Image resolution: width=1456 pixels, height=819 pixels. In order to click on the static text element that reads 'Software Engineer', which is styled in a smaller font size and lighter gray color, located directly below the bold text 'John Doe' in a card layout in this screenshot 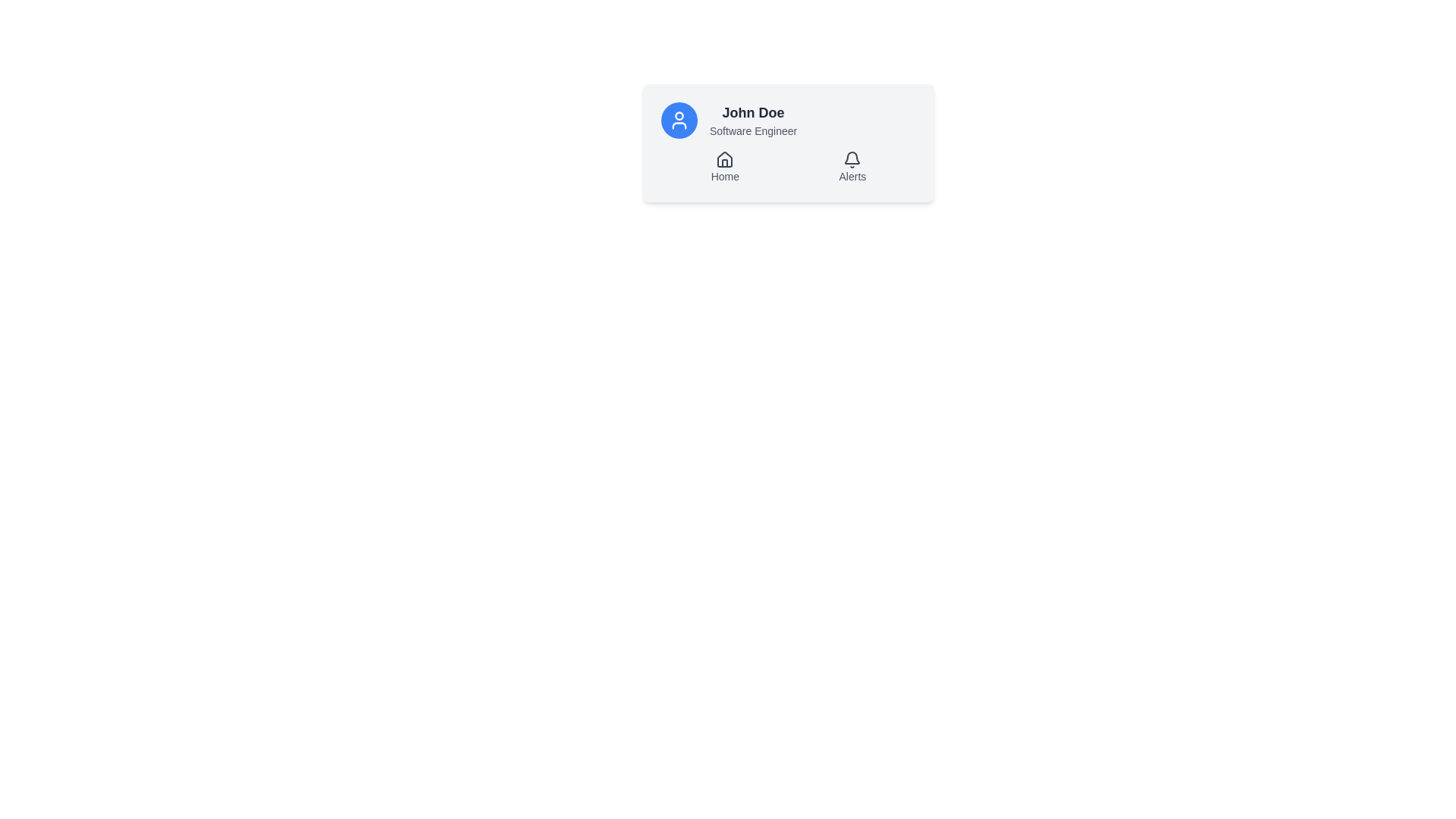, I will do `click(753, 130)`.